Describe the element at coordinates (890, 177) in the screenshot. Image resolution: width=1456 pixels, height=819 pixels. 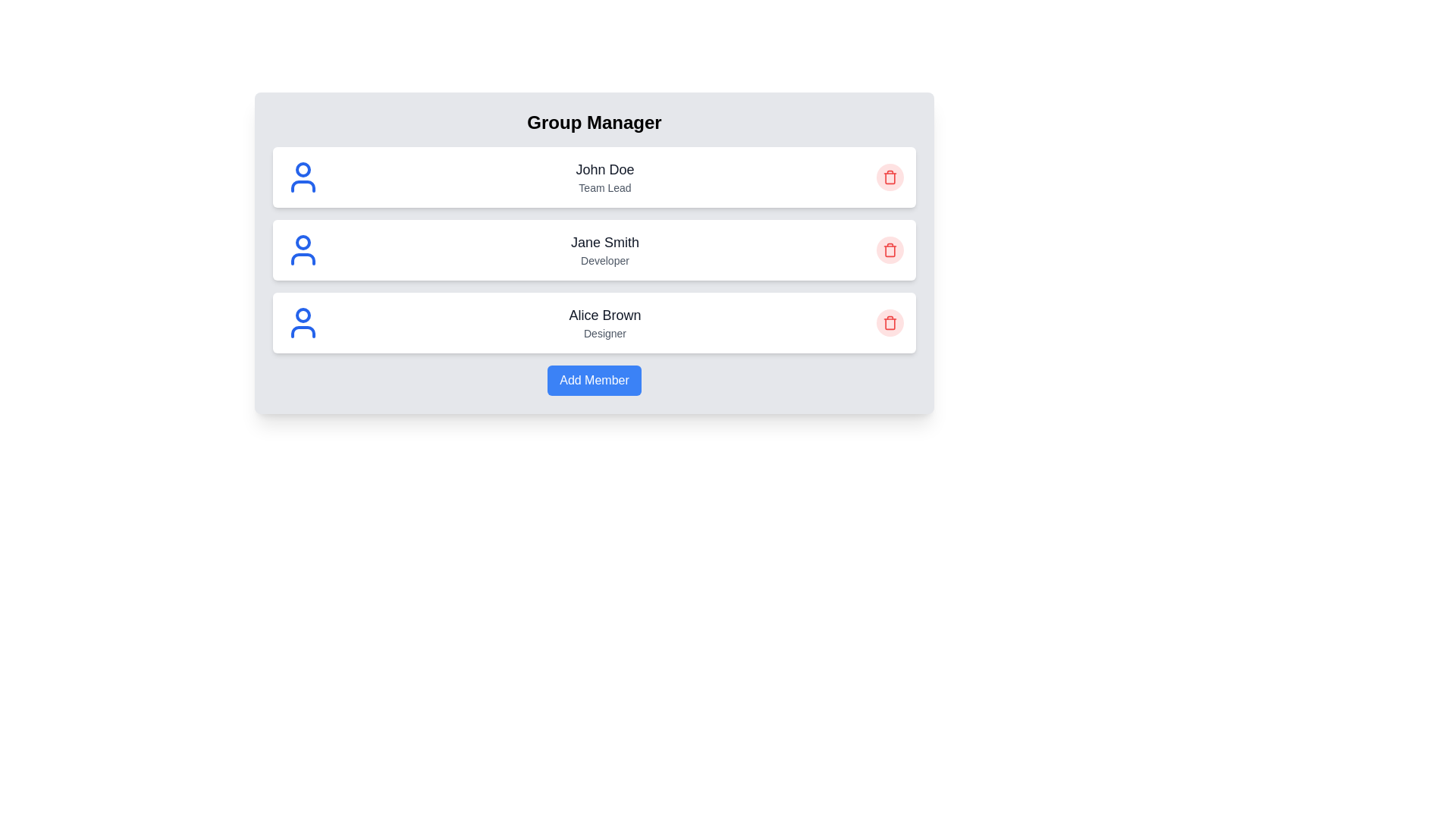
I see `the circular red button with a trash can icon located at the top-right corner of John's Doe information card` at that location.